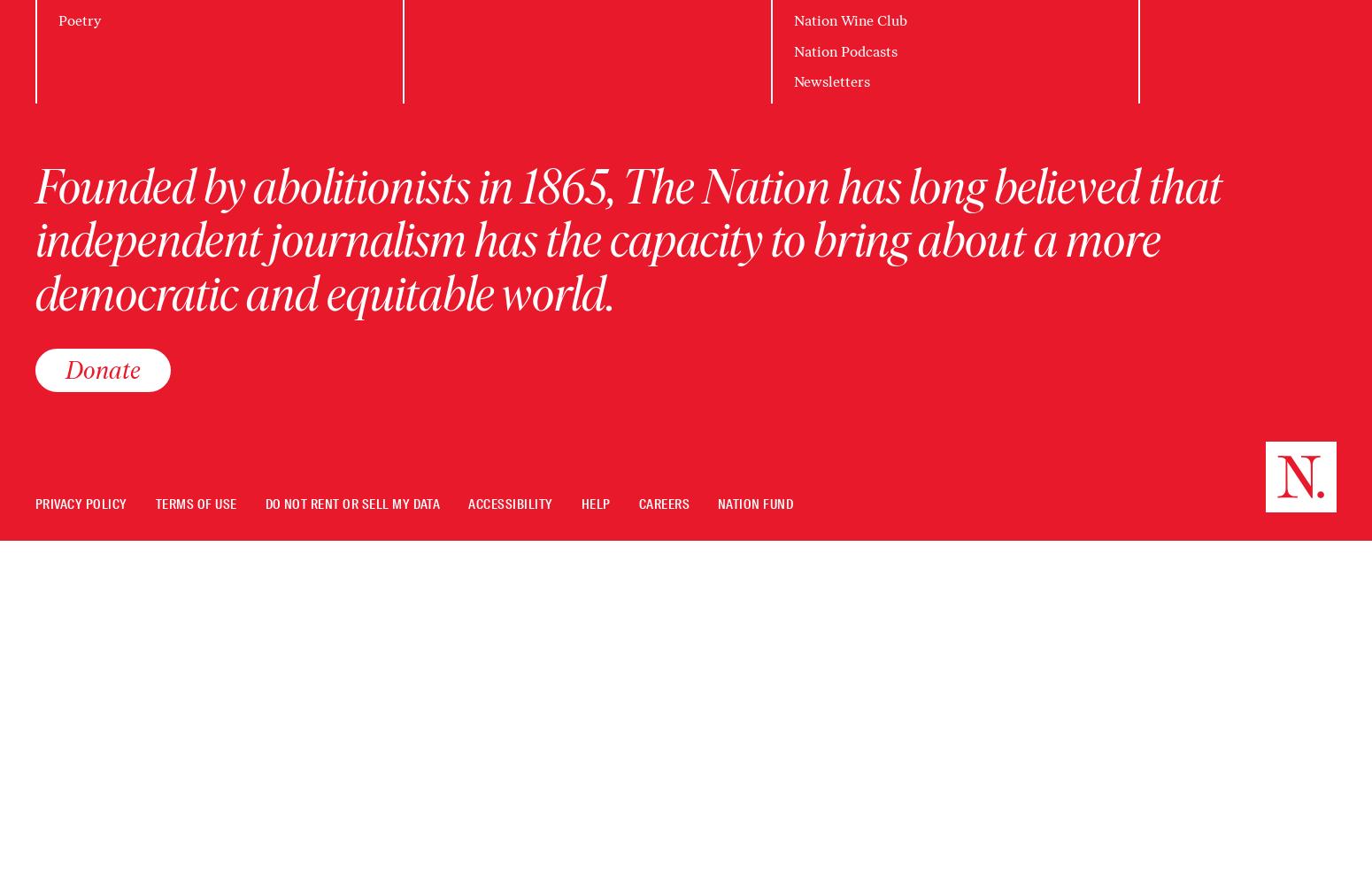 The width and height of the screenshot is (1372, 885). I want to click on 'Donate', so click(103, 370).